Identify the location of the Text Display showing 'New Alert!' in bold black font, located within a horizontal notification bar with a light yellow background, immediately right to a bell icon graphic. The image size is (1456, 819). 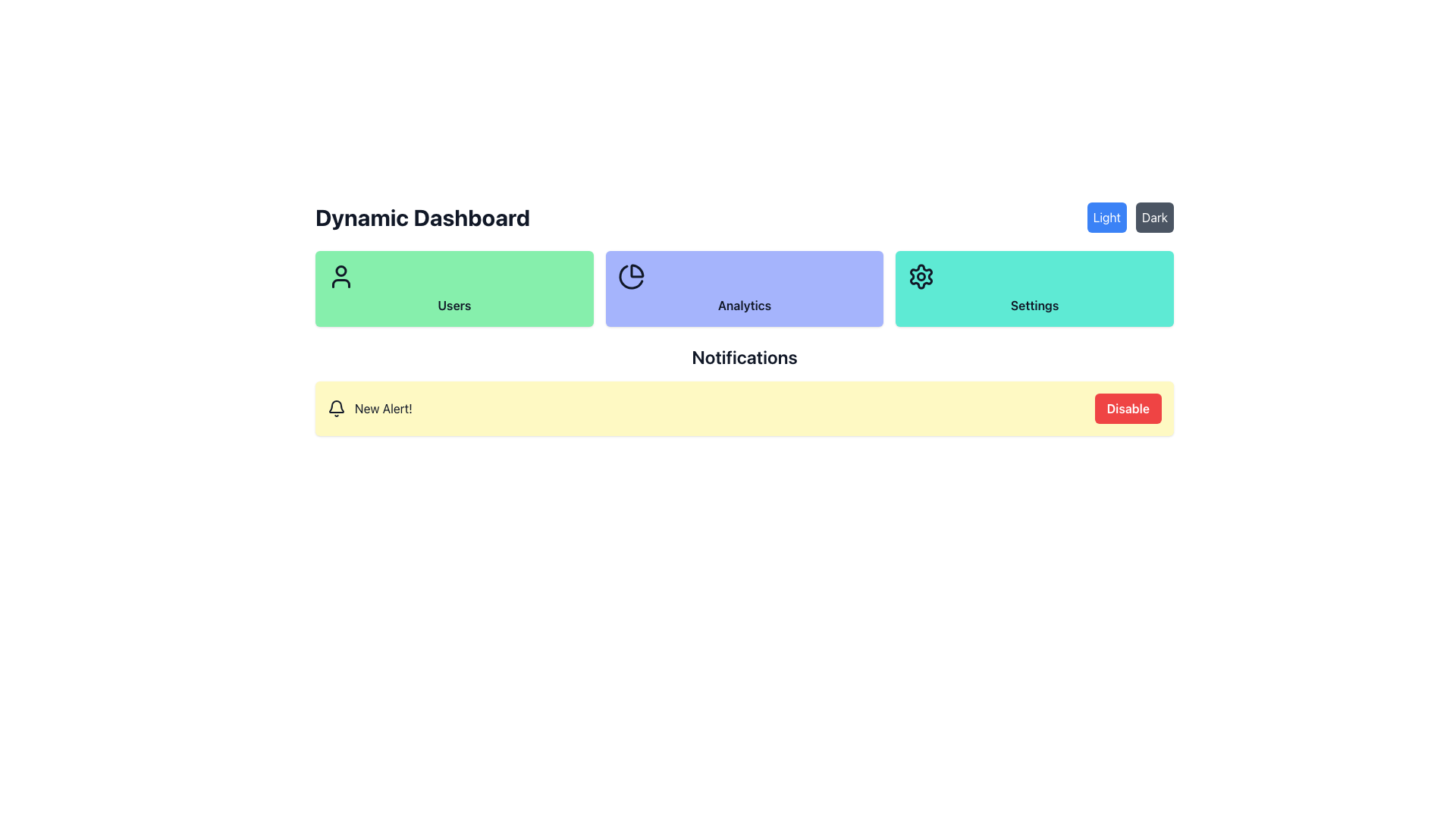
(383, 408).